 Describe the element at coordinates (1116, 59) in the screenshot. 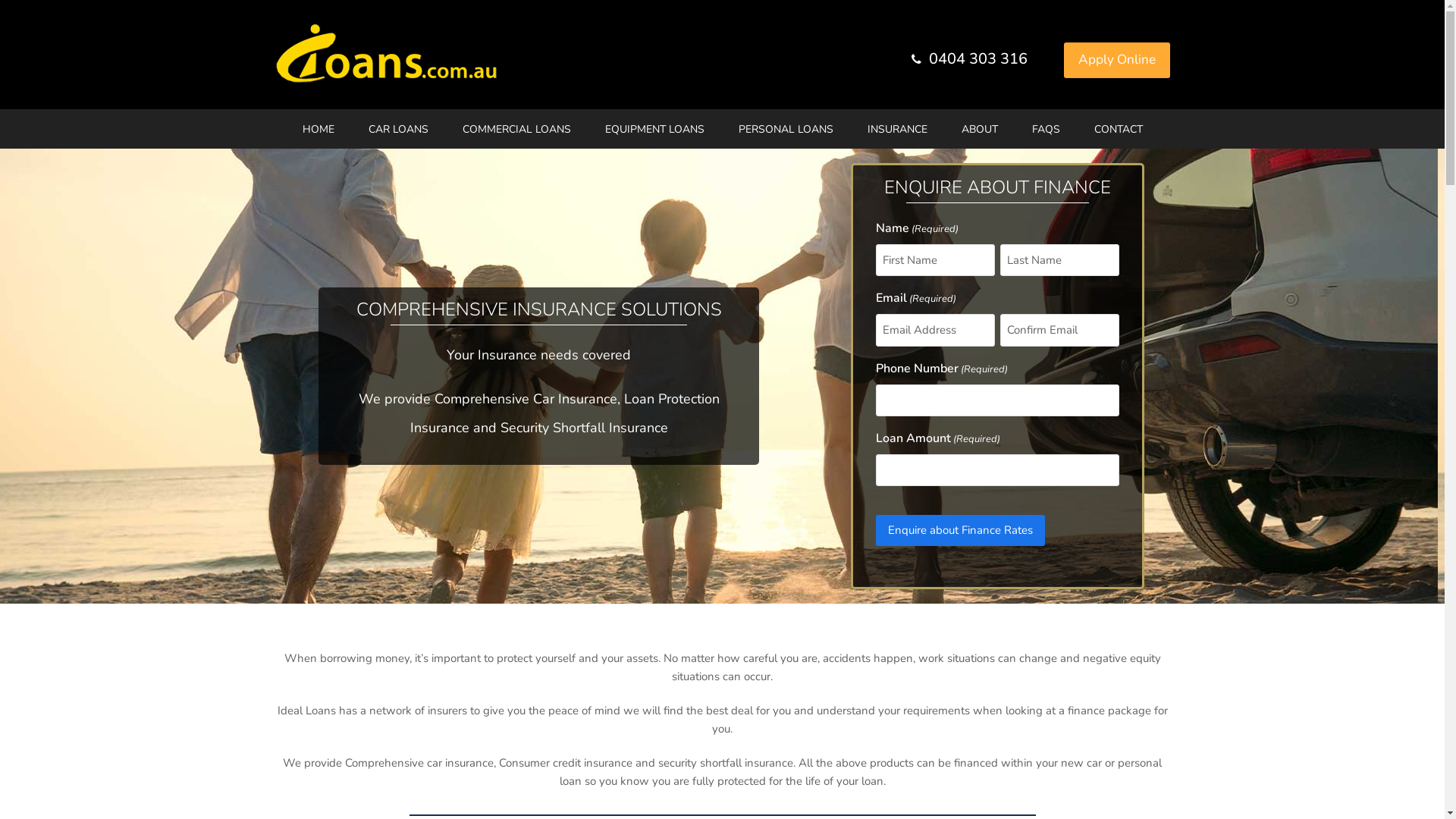

I see `'Apply Online'` at that location.